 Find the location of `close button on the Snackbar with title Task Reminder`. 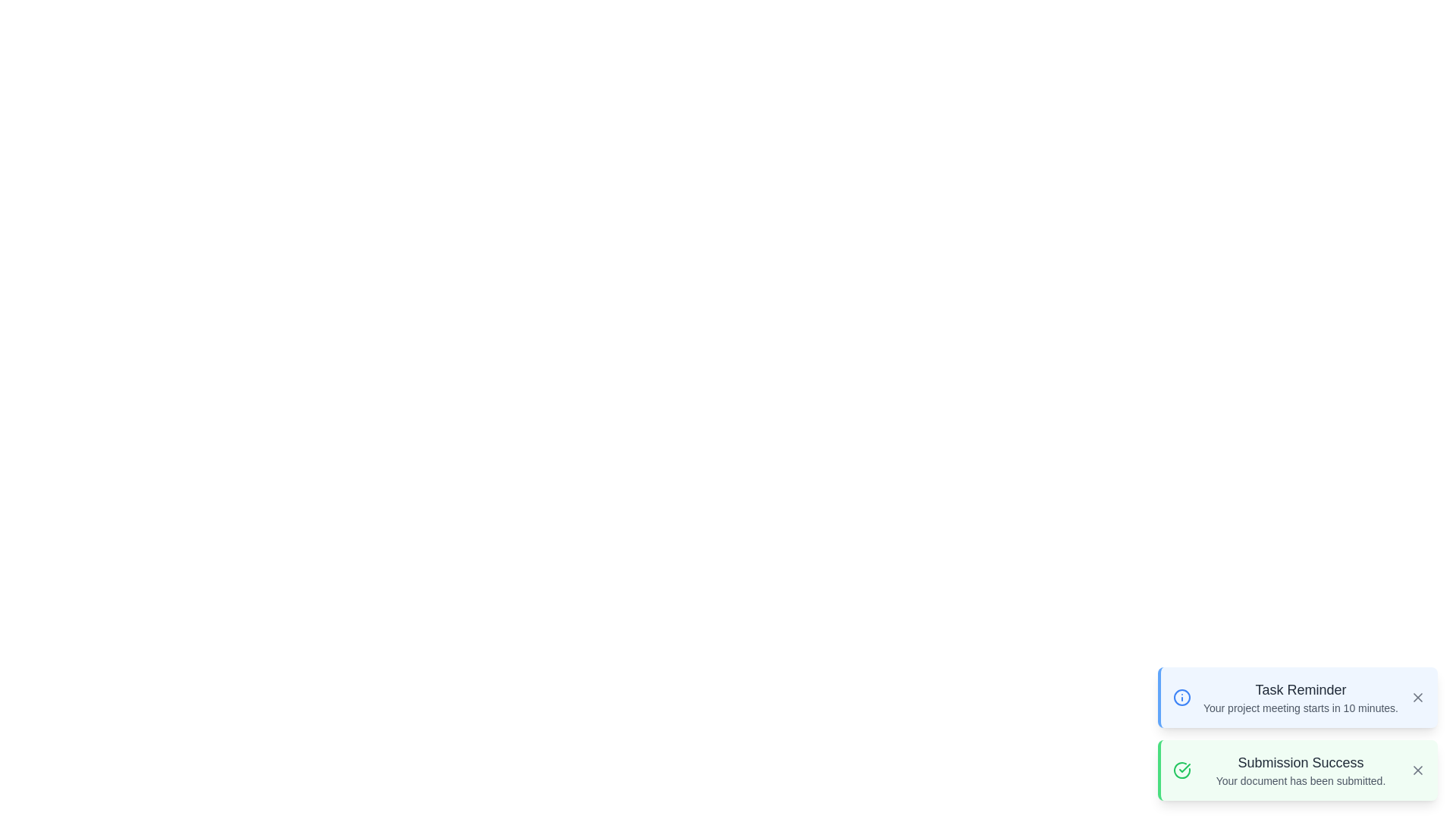

close button on the Snackbar with title Task Reminder is located at coordinates (1417, 698).